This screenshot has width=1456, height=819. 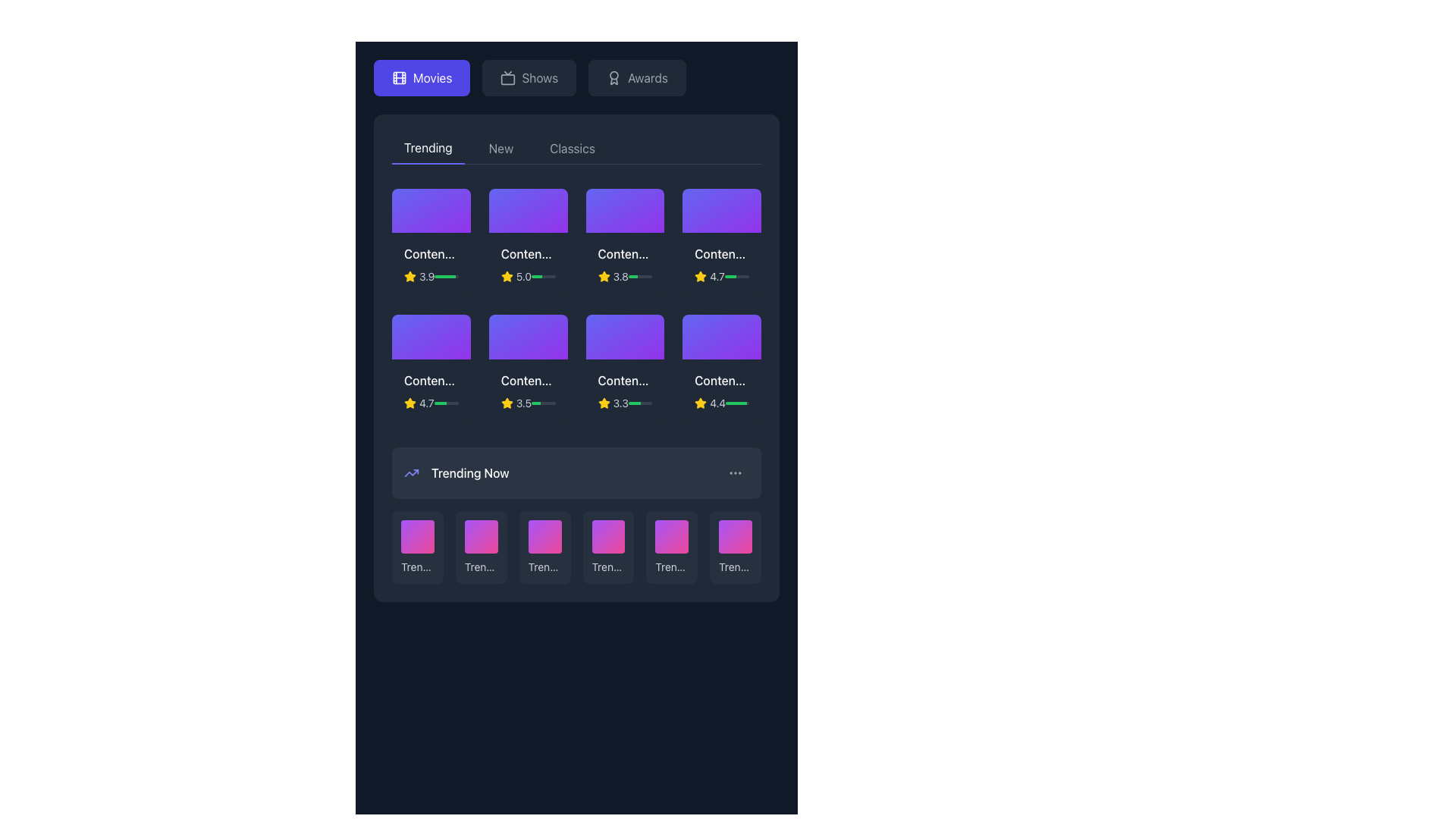 What do you see at coordinates (717, 402) in the screenshot?
I see `the static text label displaying '4.4' in small gray font, located to the immediate right of a yellow star icon in the last card of the bottommost row in the 'Trending' section` at bounding box center [717, 402].